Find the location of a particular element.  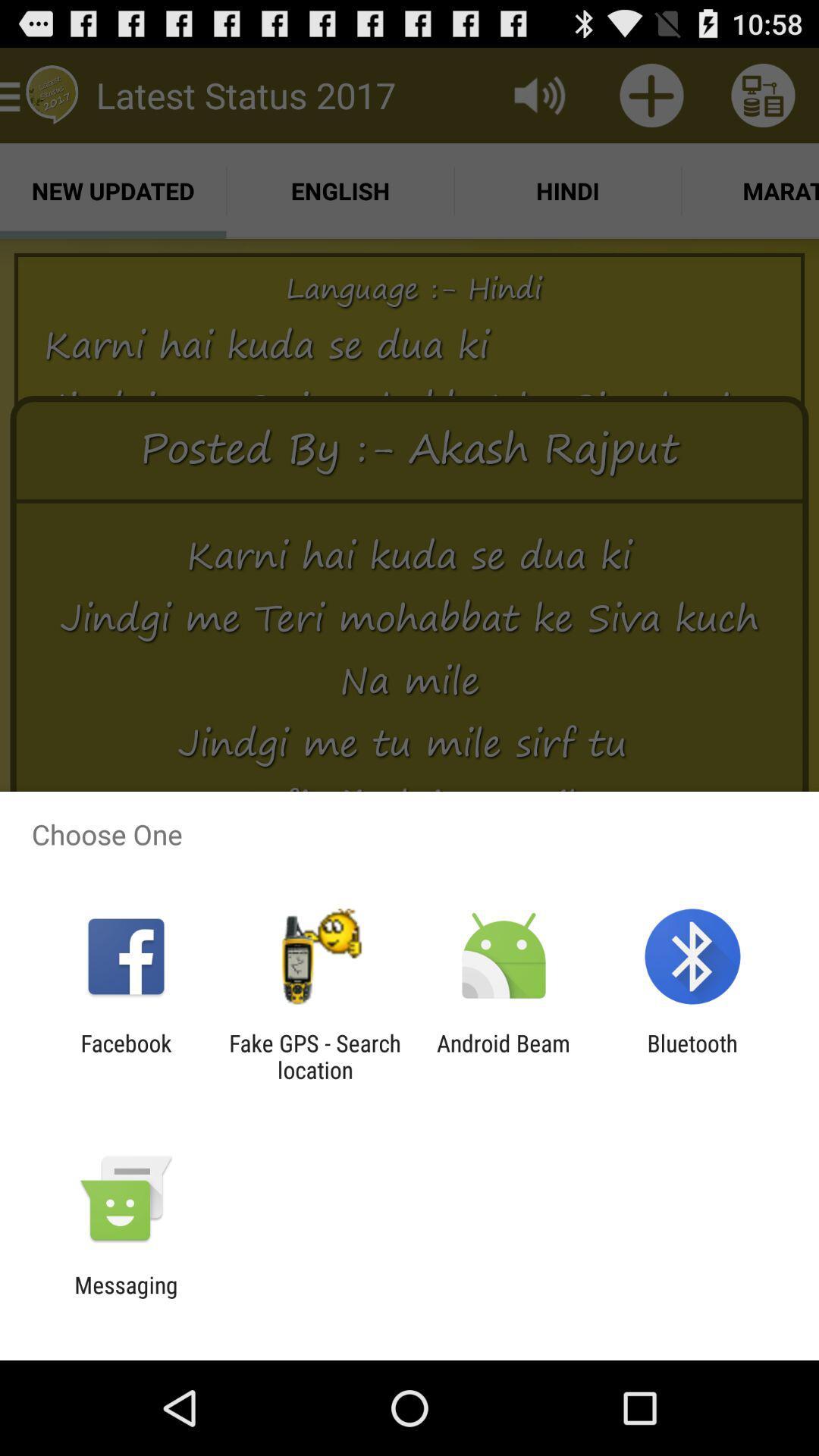

the fake gps search item is located at coordinates (314, 1056).